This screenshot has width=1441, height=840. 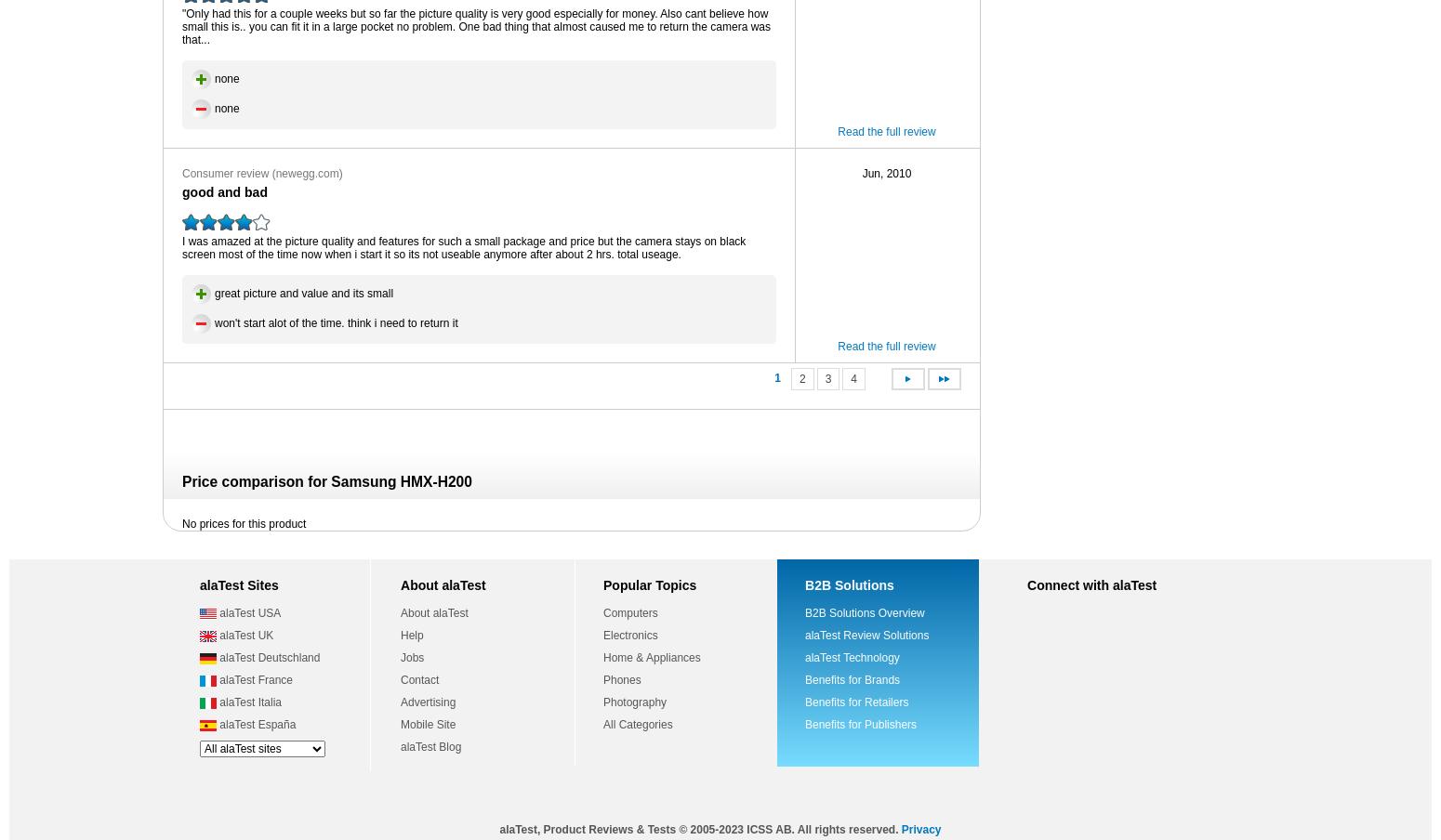 What do you see at coordinates (620, 678) in the screenshot?
I see `'Phones'` at bounding box center [620, 678].